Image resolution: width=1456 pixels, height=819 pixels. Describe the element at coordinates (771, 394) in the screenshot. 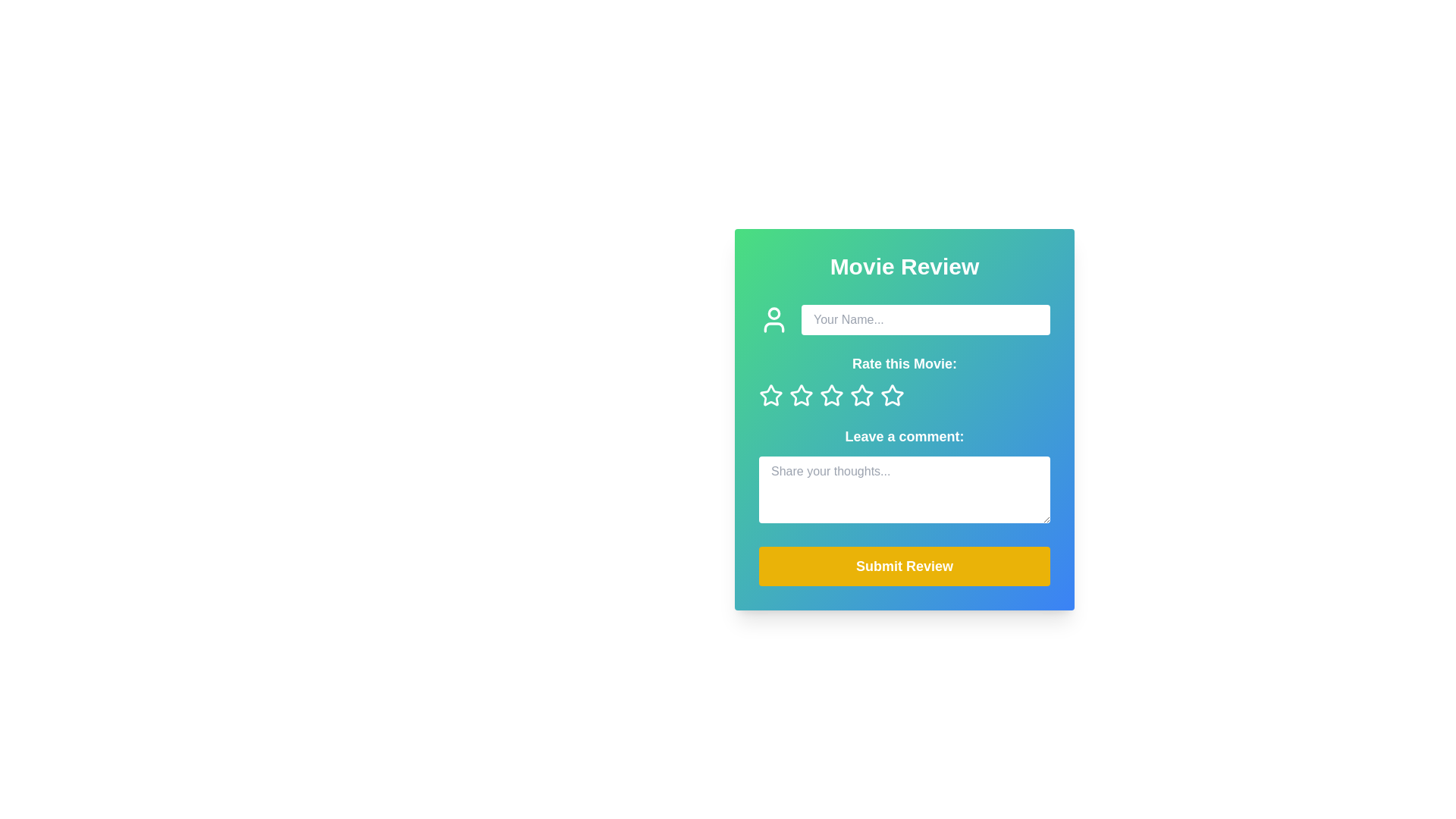

I see `on the first interactive rating star icon located beneath the 'Rate this Movie' label in the review form component` at that location.